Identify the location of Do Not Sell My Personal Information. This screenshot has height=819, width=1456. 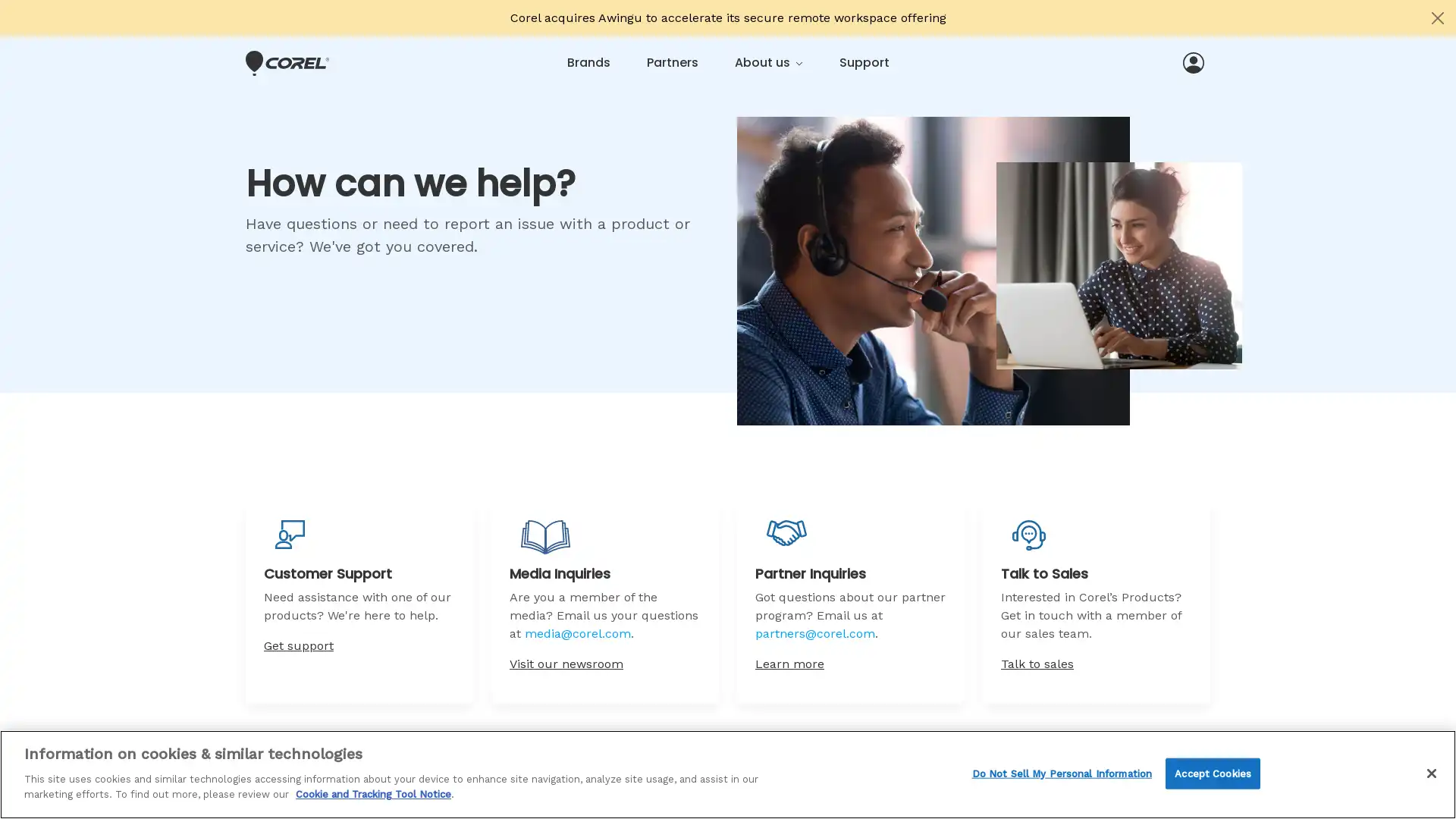
(1061, 773).